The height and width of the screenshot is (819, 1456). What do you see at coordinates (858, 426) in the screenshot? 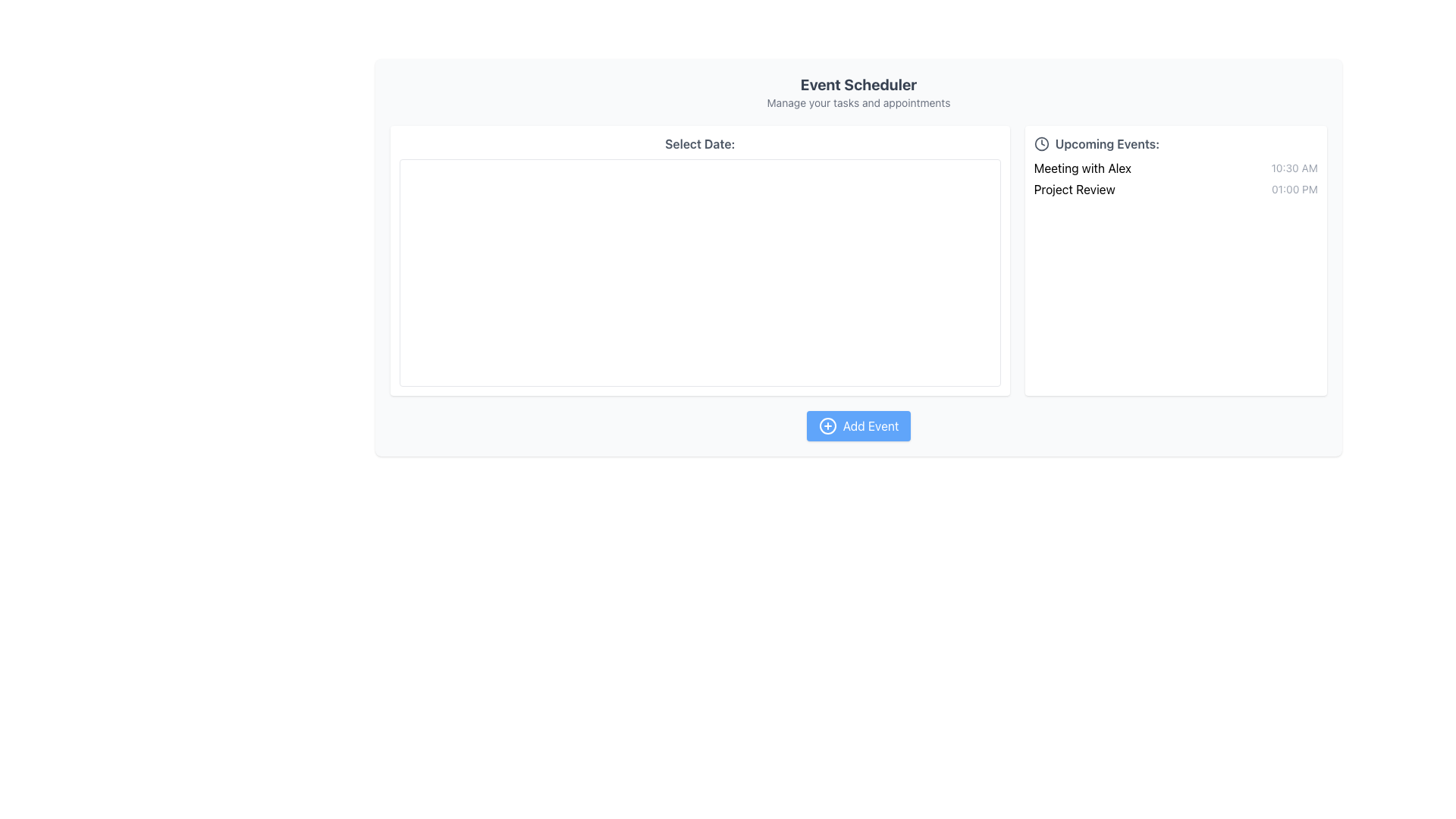
I see `the button located at the bottom center of the 'Event Scheduler' interface` at bounding box center [858, 426].